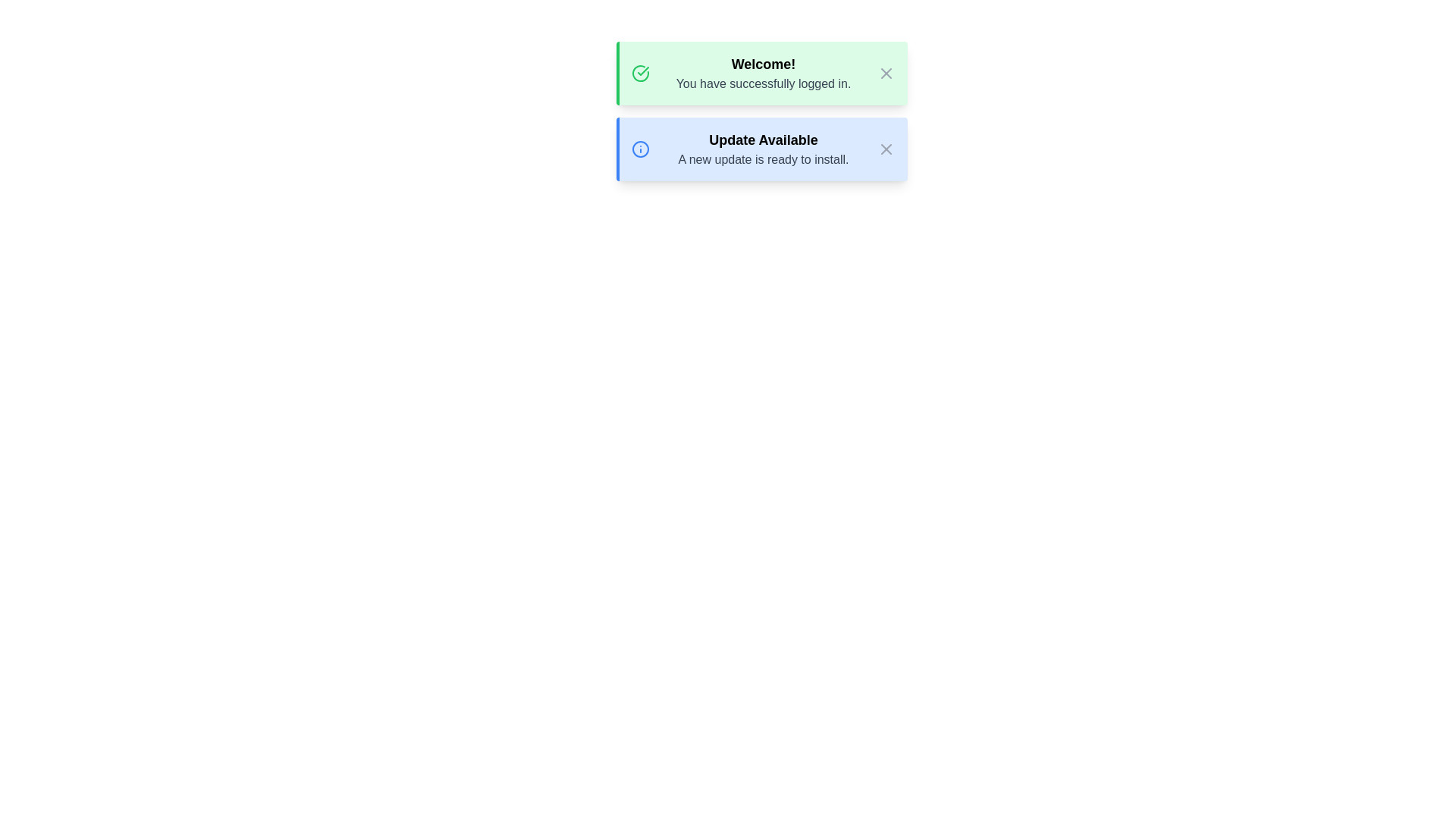 The width and height of the screenshot is (1456, 819). Describe the element at coordinates (886, 149) in the screenshot. I see `the close button located in the top-right corner of the 'Update Available' notification` at that location.